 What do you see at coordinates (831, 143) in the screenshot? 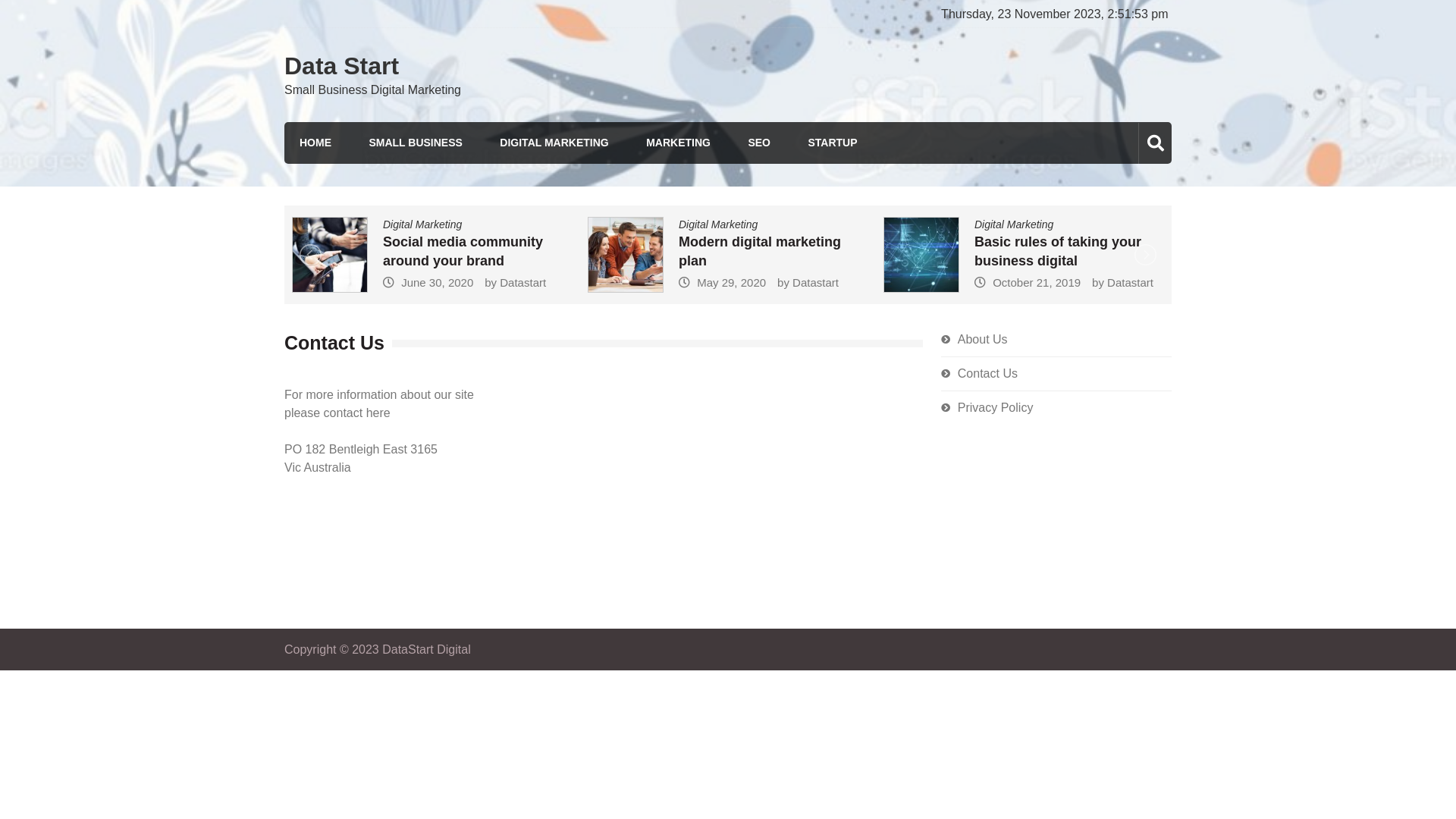
I see `'STARTUP'` at bounding box center [831, 143].